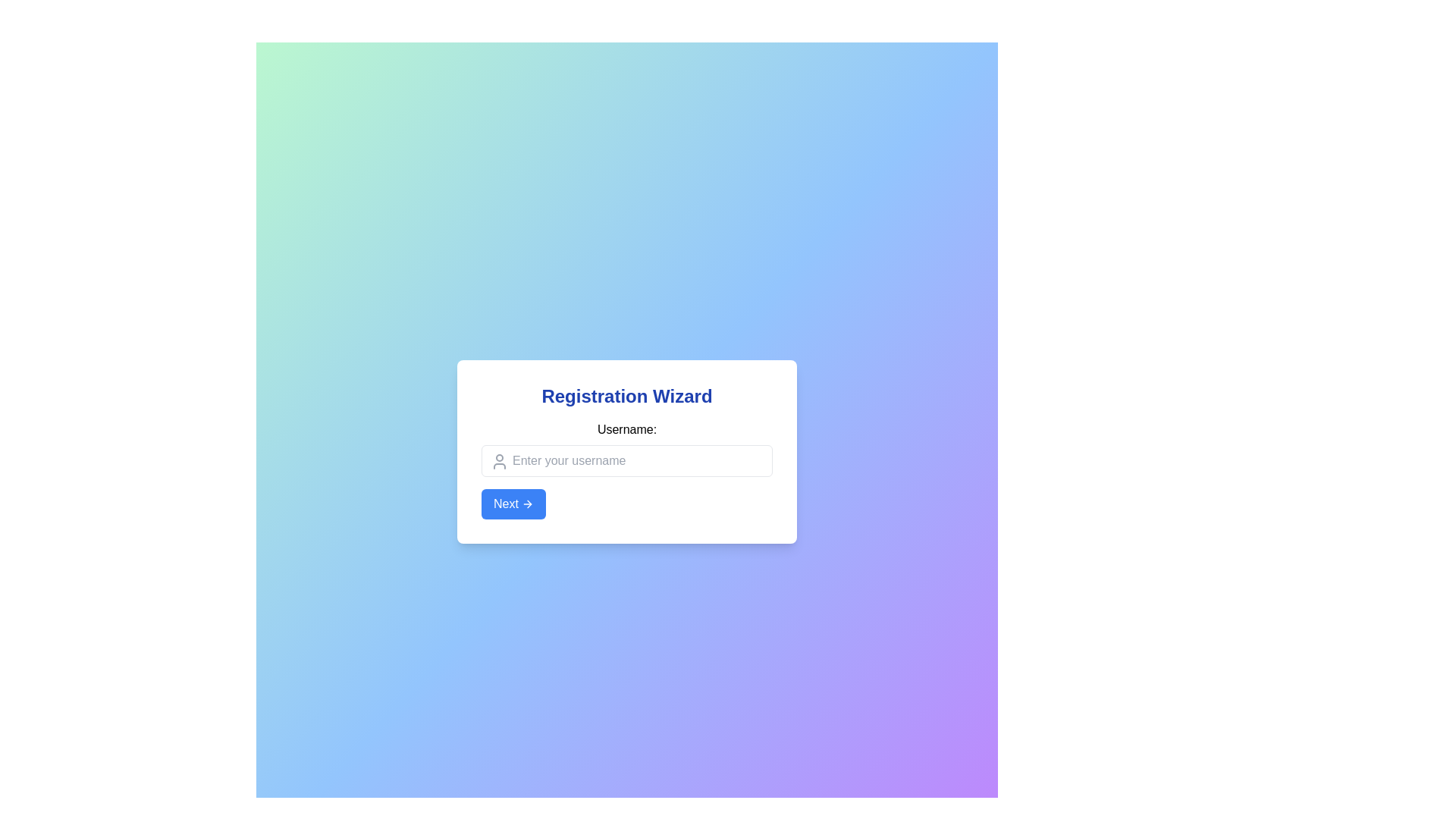 Image resolution: width=1456 pixels, height=819 pixels. Describe the element at coordinates (529, 504) in the screenshot. I see `the rightward-pointing arrow icon, which is part of the 'Next' button in the form, located to the right of the button's text` at that location.